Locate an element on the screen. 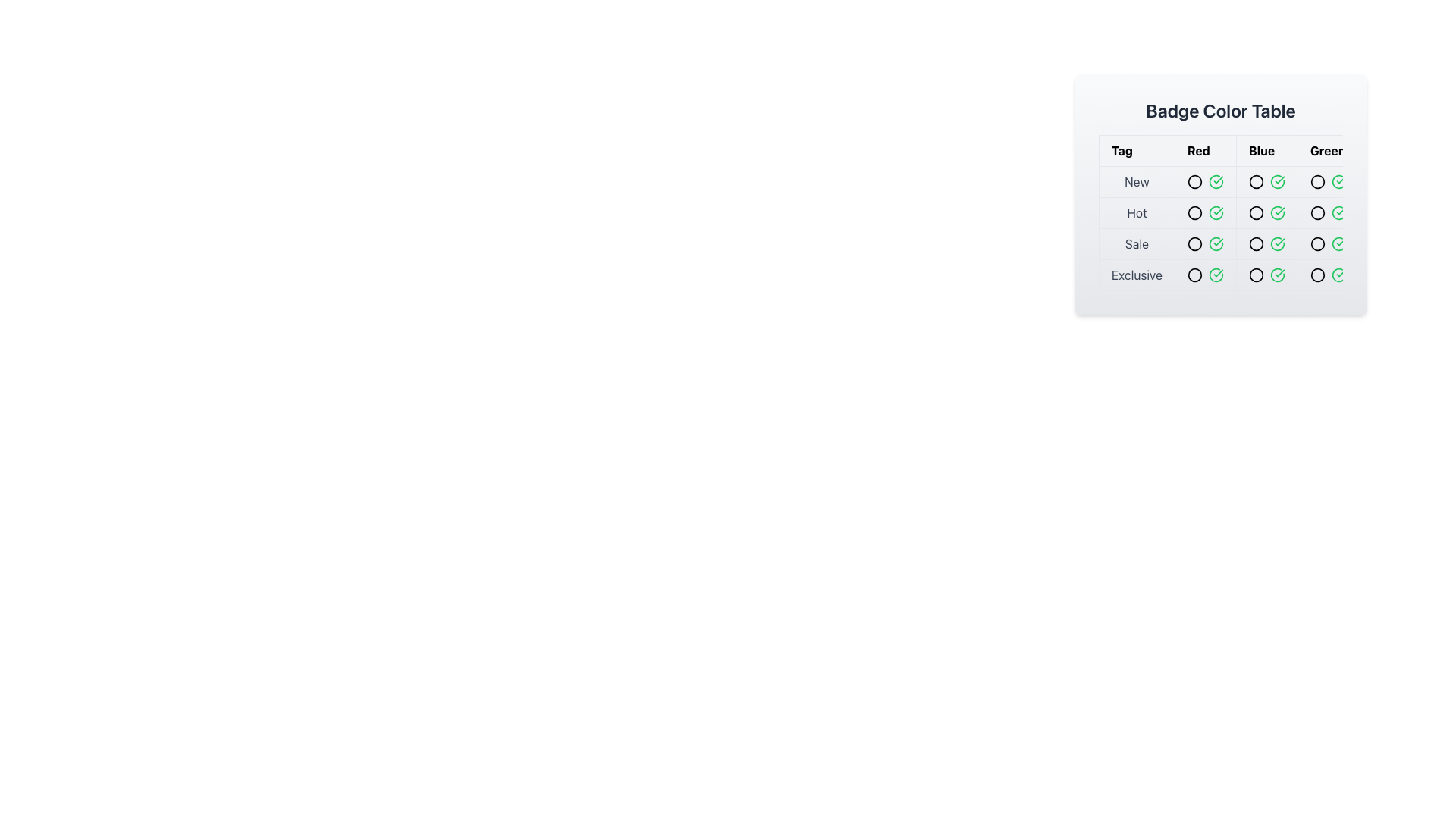 The image size is (1456, 819). a cell in the 'Badge Color Table' to interact with its content is located at coordinates (1220, 194).